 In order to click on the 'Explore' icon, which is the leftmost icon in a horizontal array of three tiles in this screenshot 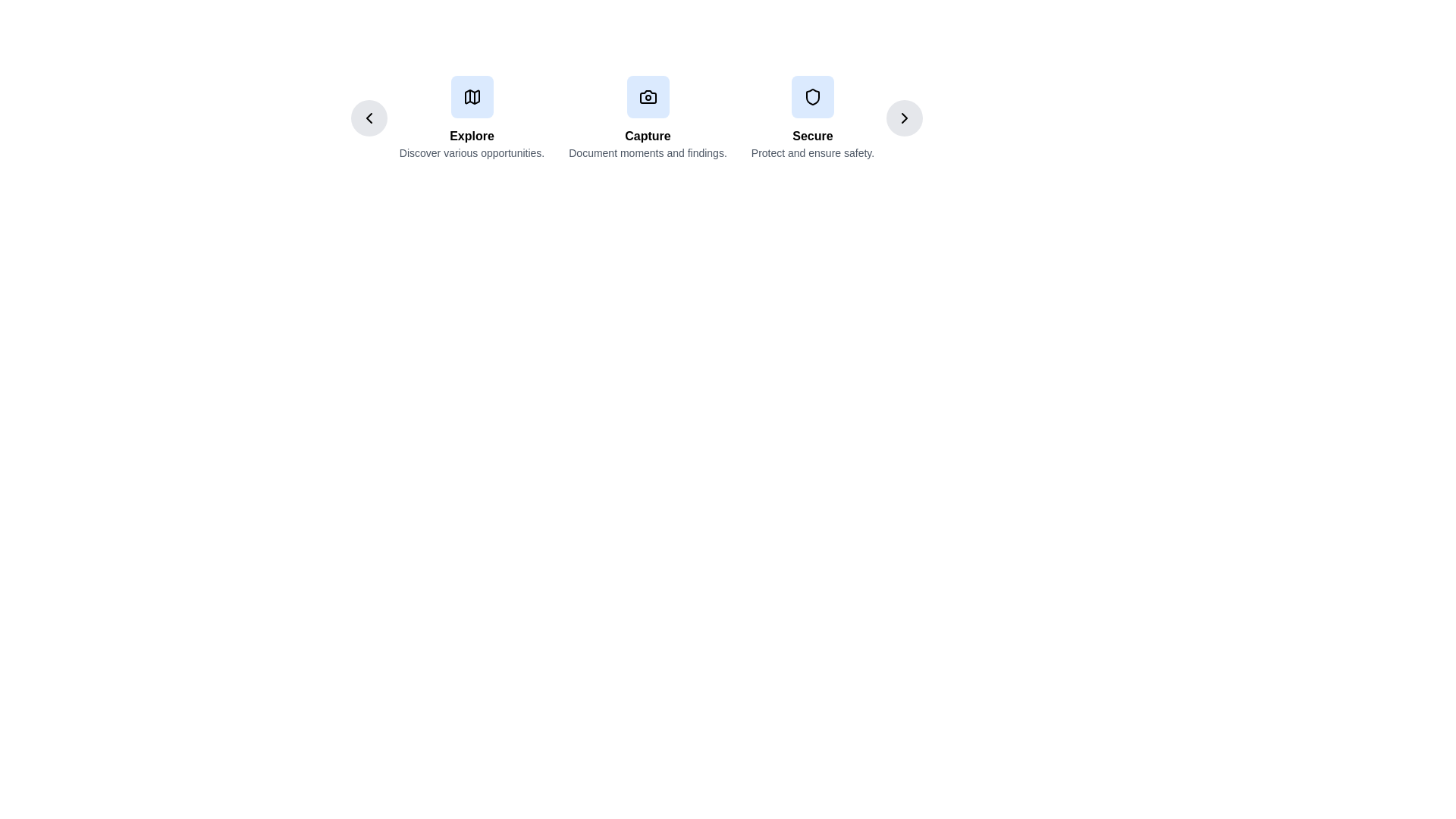, I will do `click(471, 96)`.